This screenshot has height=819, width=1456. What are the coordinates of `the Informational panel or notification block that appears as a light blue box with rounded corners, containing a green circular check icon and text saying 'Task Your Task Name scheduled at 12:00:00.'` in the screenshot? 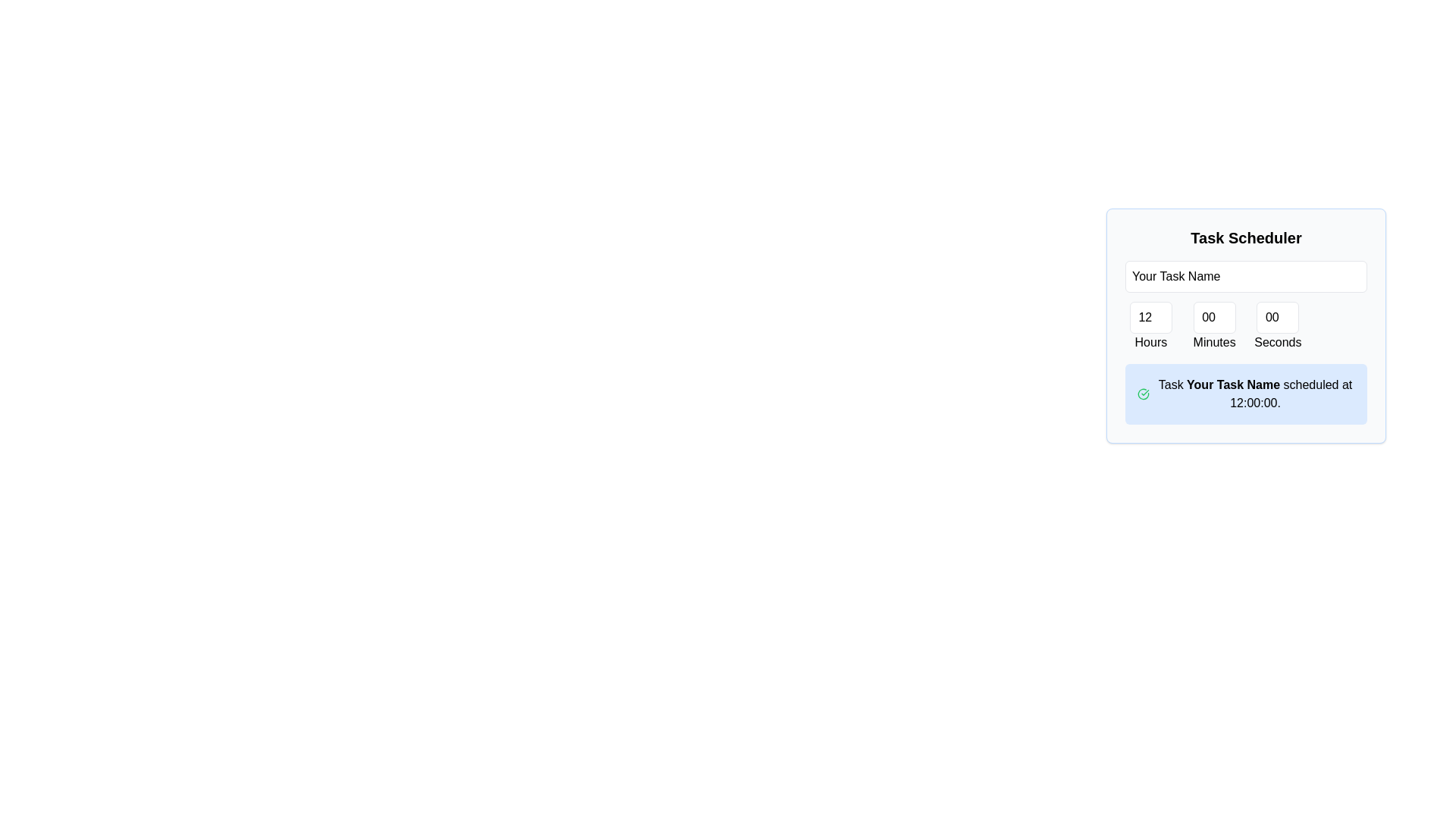 It's located at (1246, 394).